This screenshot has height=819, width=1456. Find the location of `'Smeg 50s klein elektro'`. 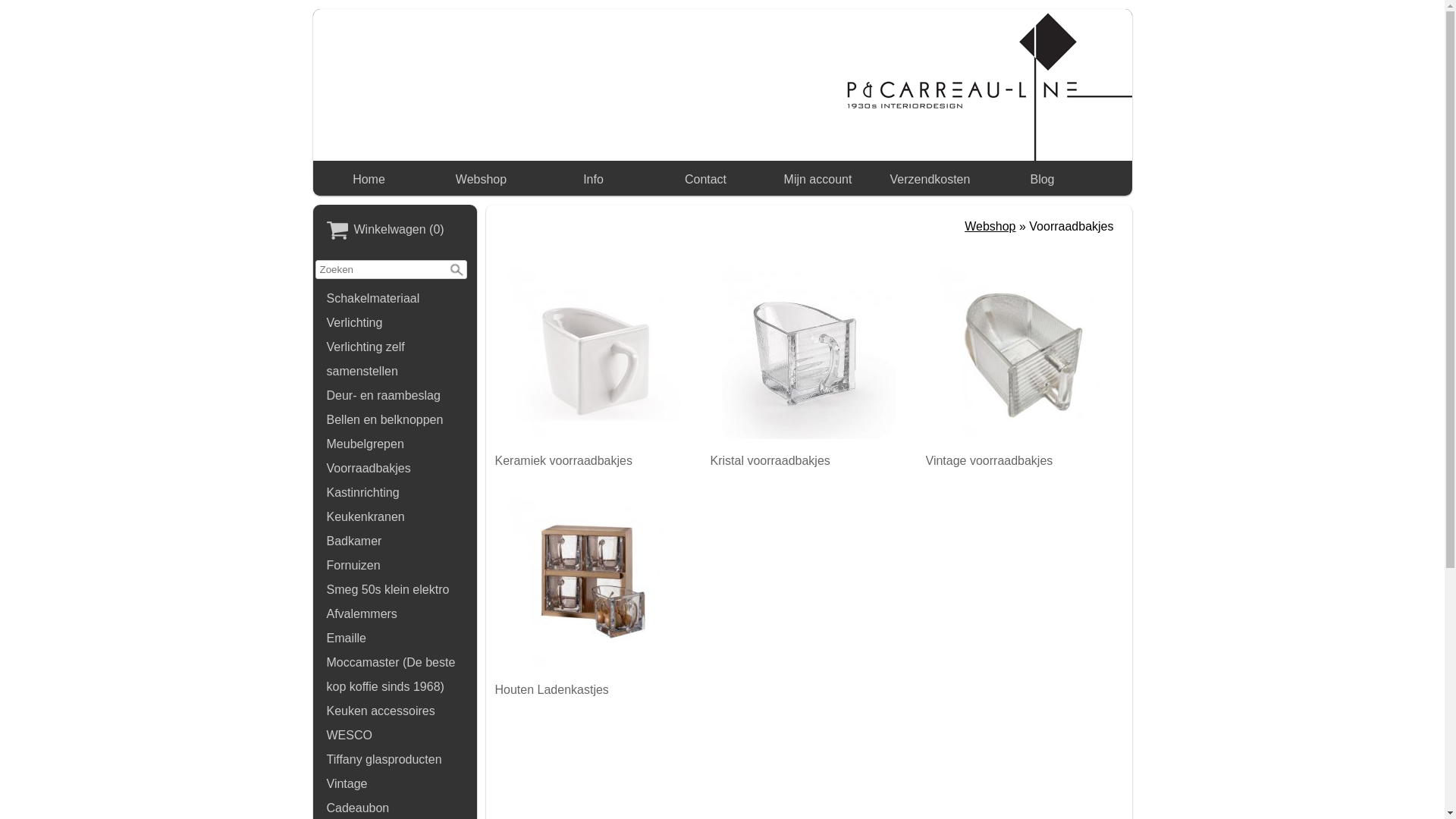

'Smeg 50s klein elektro' is located at coordinates (395, 589).